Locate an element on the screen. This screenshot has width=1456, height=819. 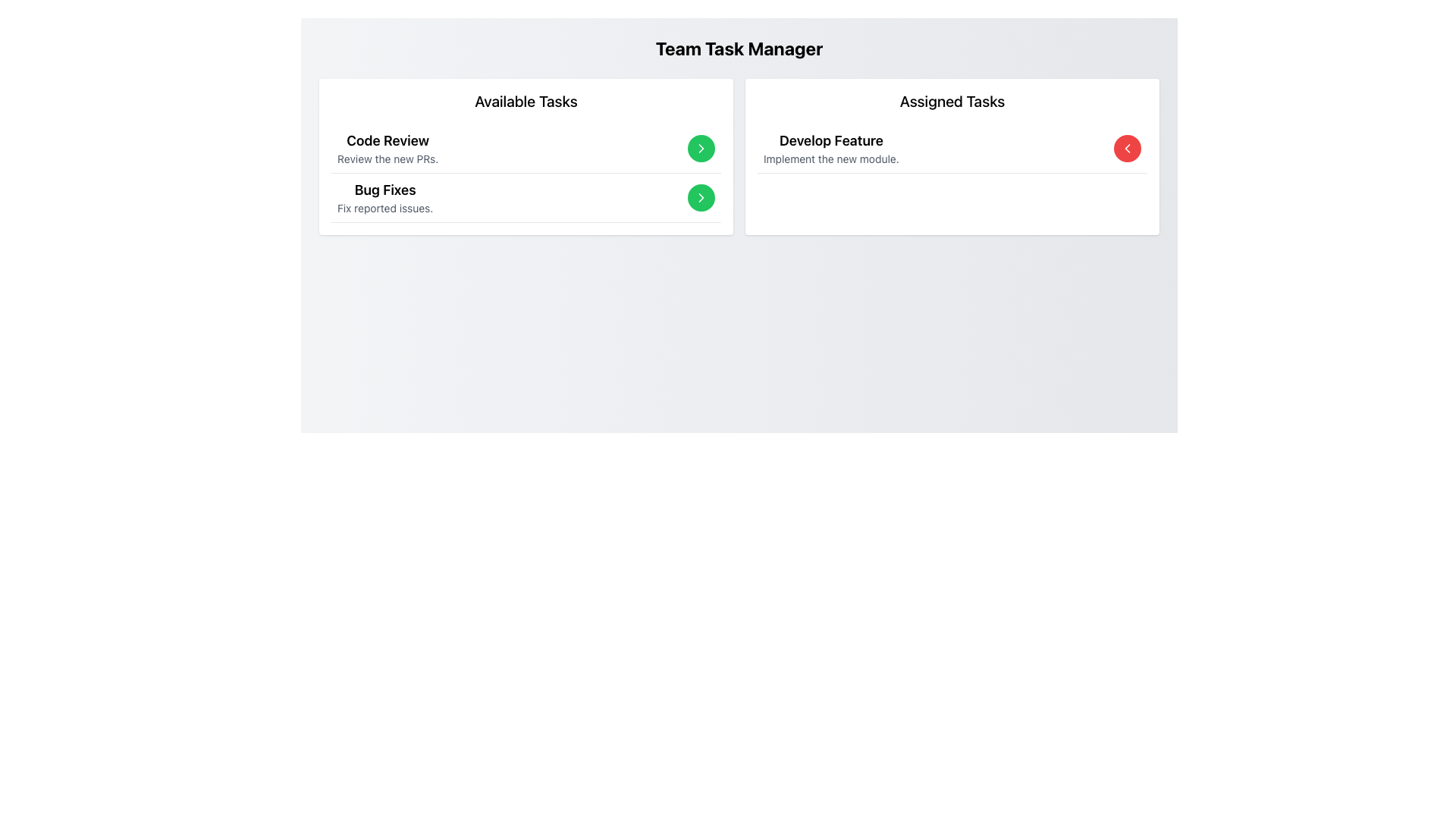
the right-pointing chevron arrow icon within the green circular background in the 'Available Tasks' section is located at coordinates (701, 197).